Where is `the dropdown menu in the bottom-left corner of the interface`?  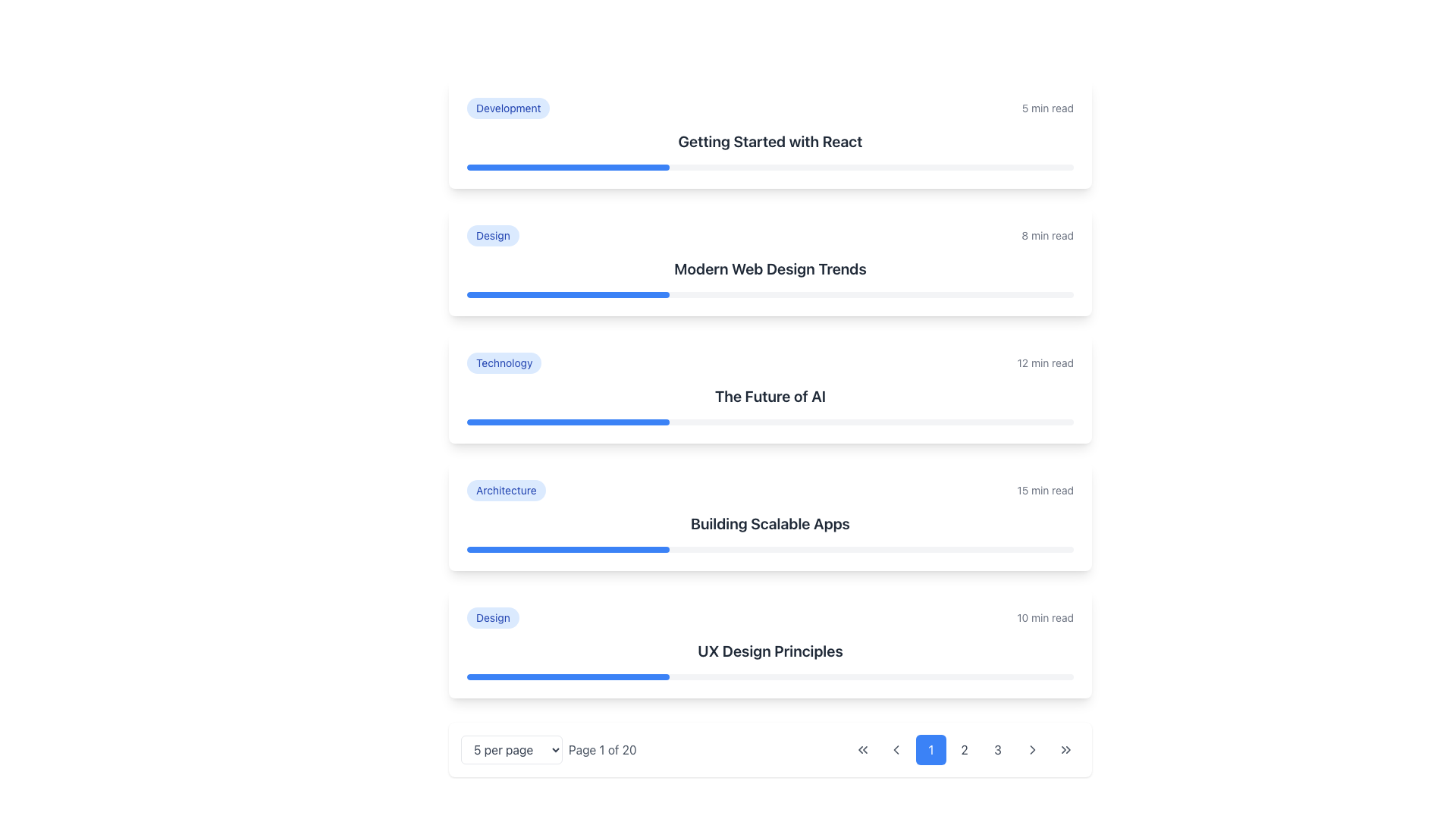
the dropdown menu in the bottom-left corner of the interface is located at coordinates (548, 748).